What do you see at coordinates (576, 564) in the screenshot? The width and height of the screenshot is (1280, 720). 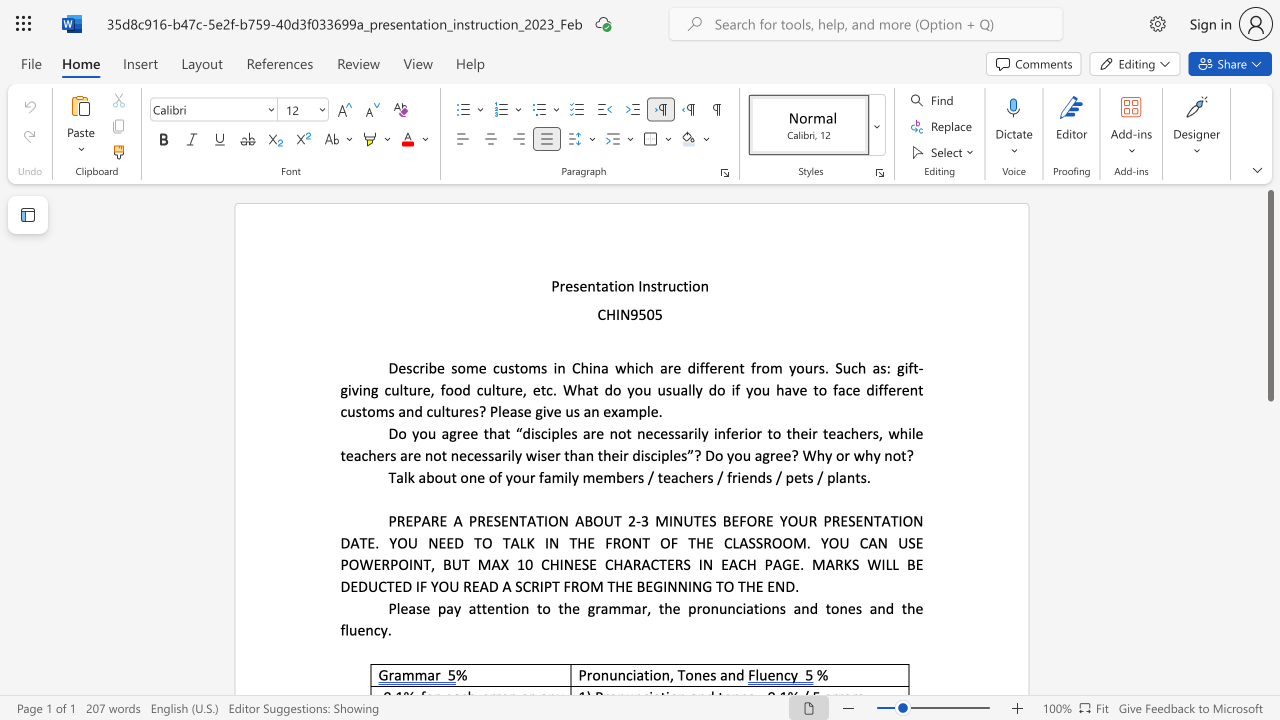 I see `the 13th character "E" in the text` at bounding box center [576, 564].